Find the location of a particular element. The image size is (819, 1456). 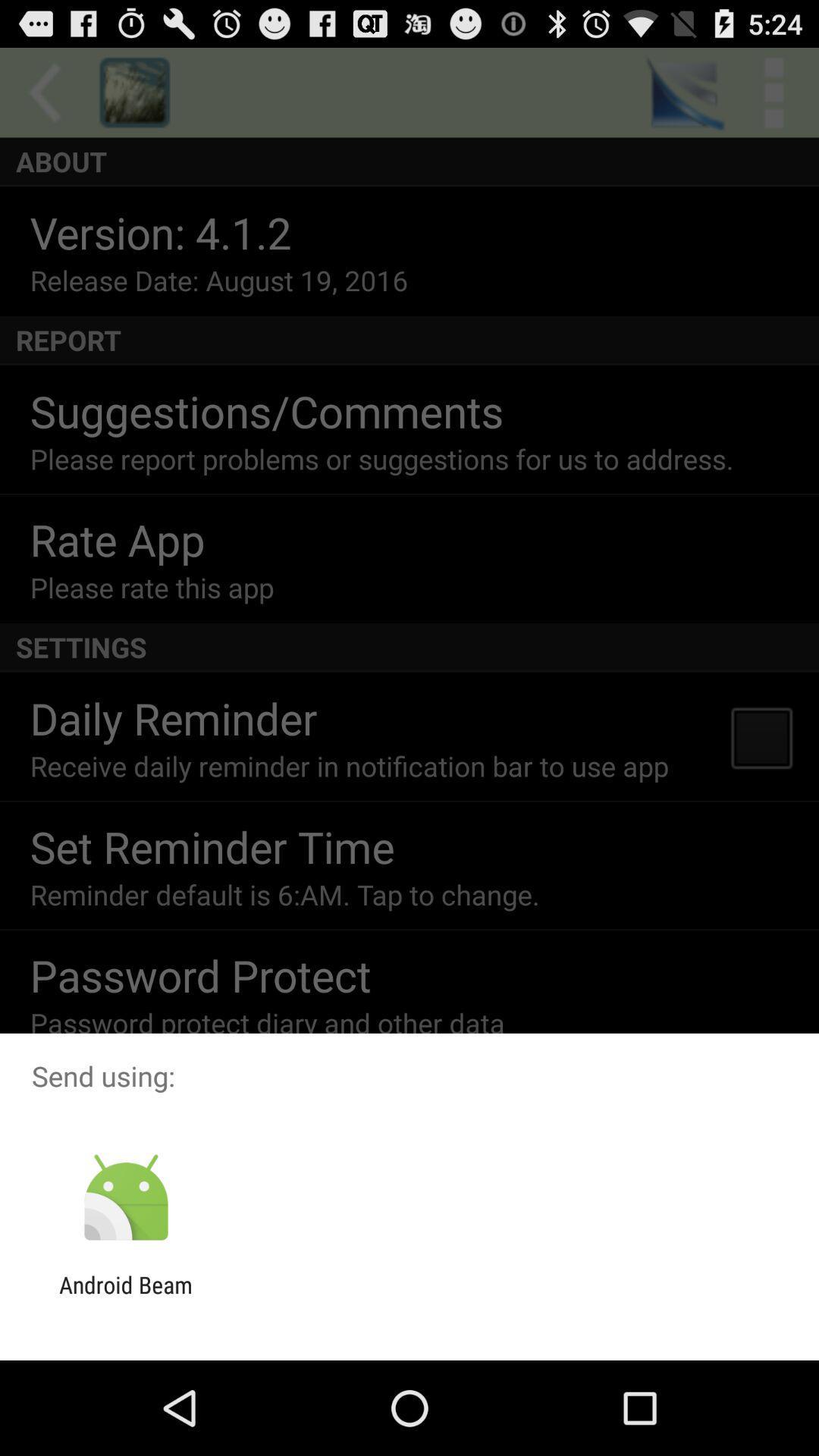

android beam is located at coordinates (125, 1298).